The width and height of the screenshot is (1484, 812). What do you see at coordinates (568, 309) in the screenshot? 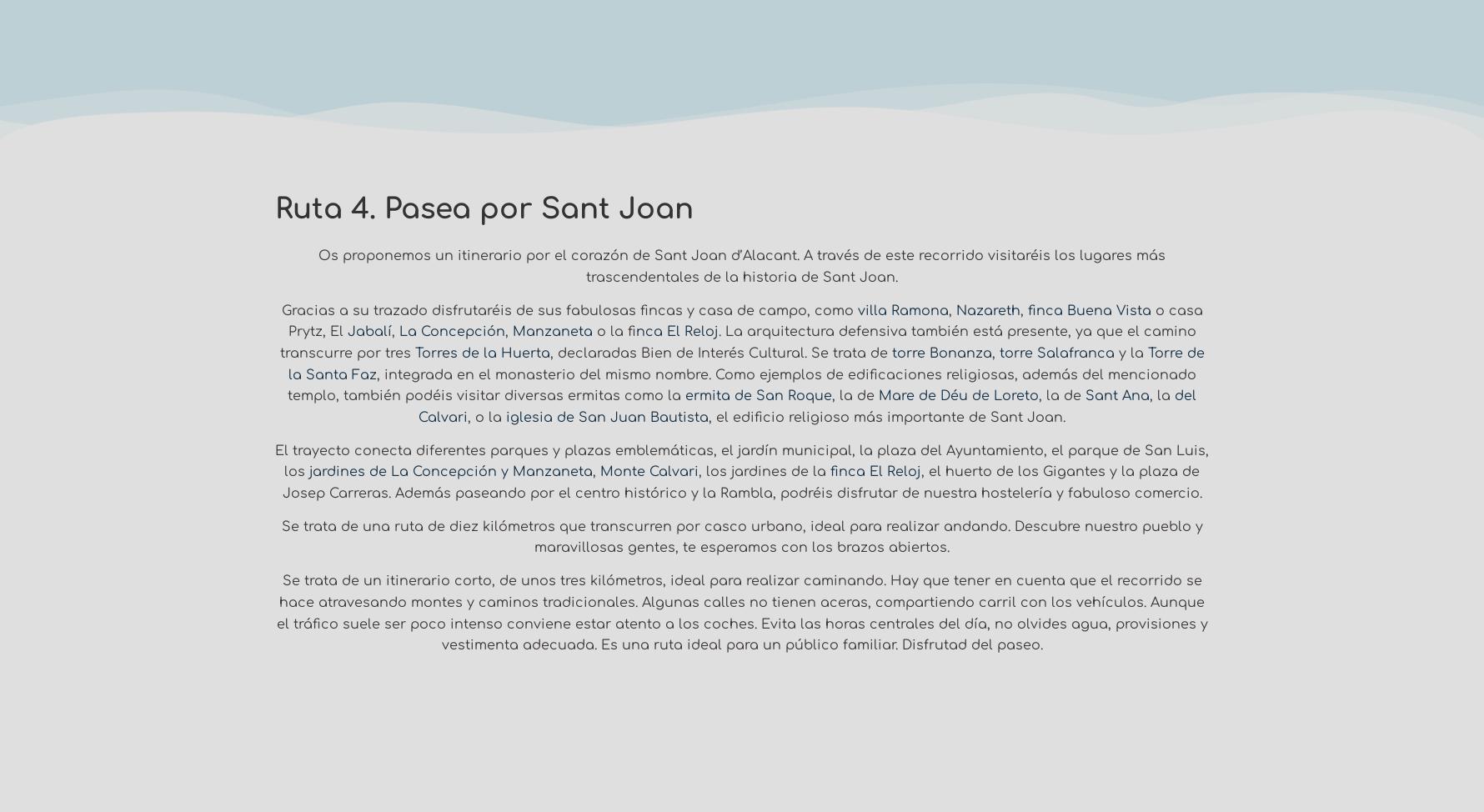
I see `'Gracias a su trazado disfrutaréis de sus fabulosas fincas y casa de campo, como'` at bounding box center [568, 309].